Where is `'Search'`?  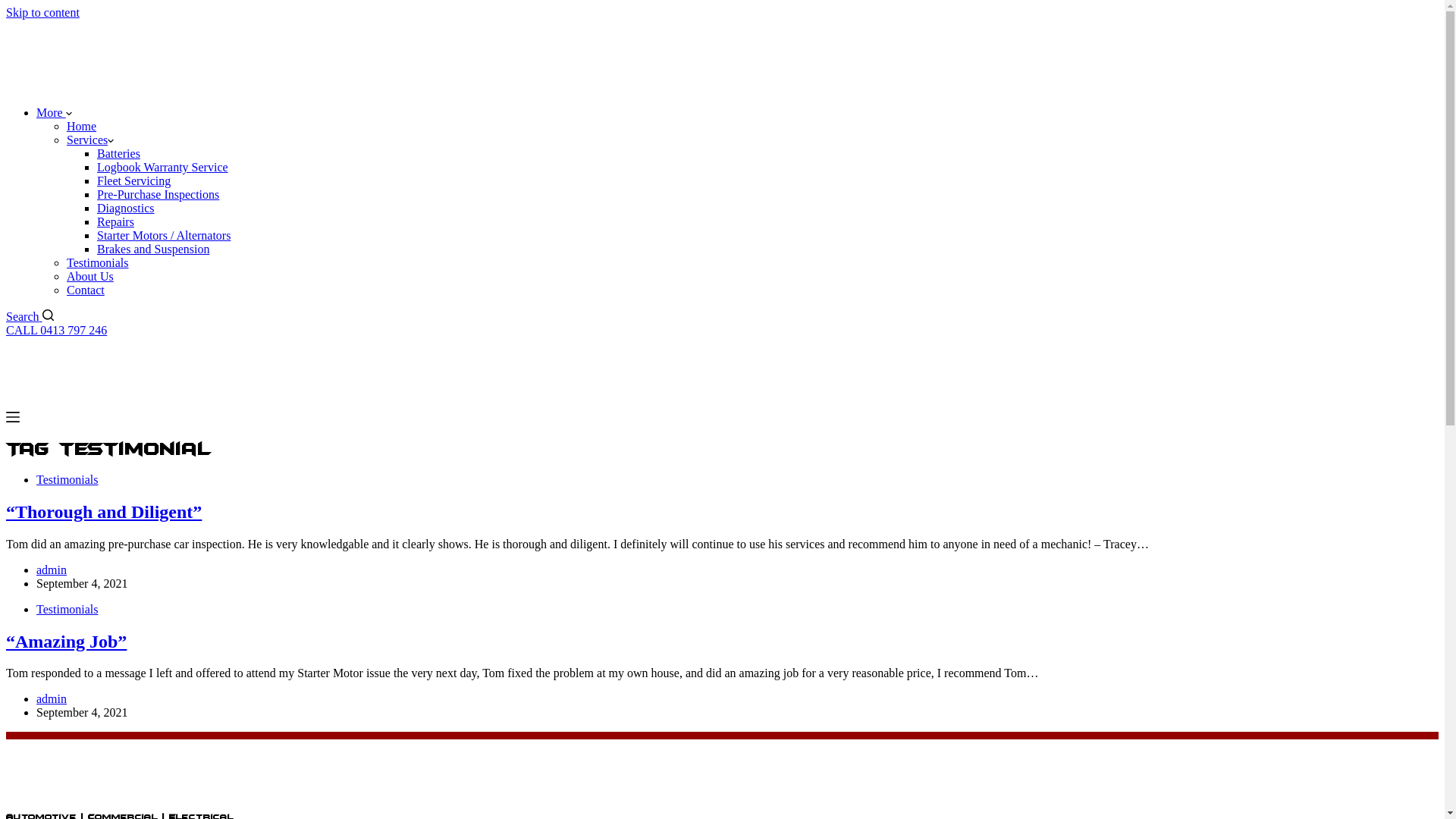
'Search' is located at coordinates (30, 315).